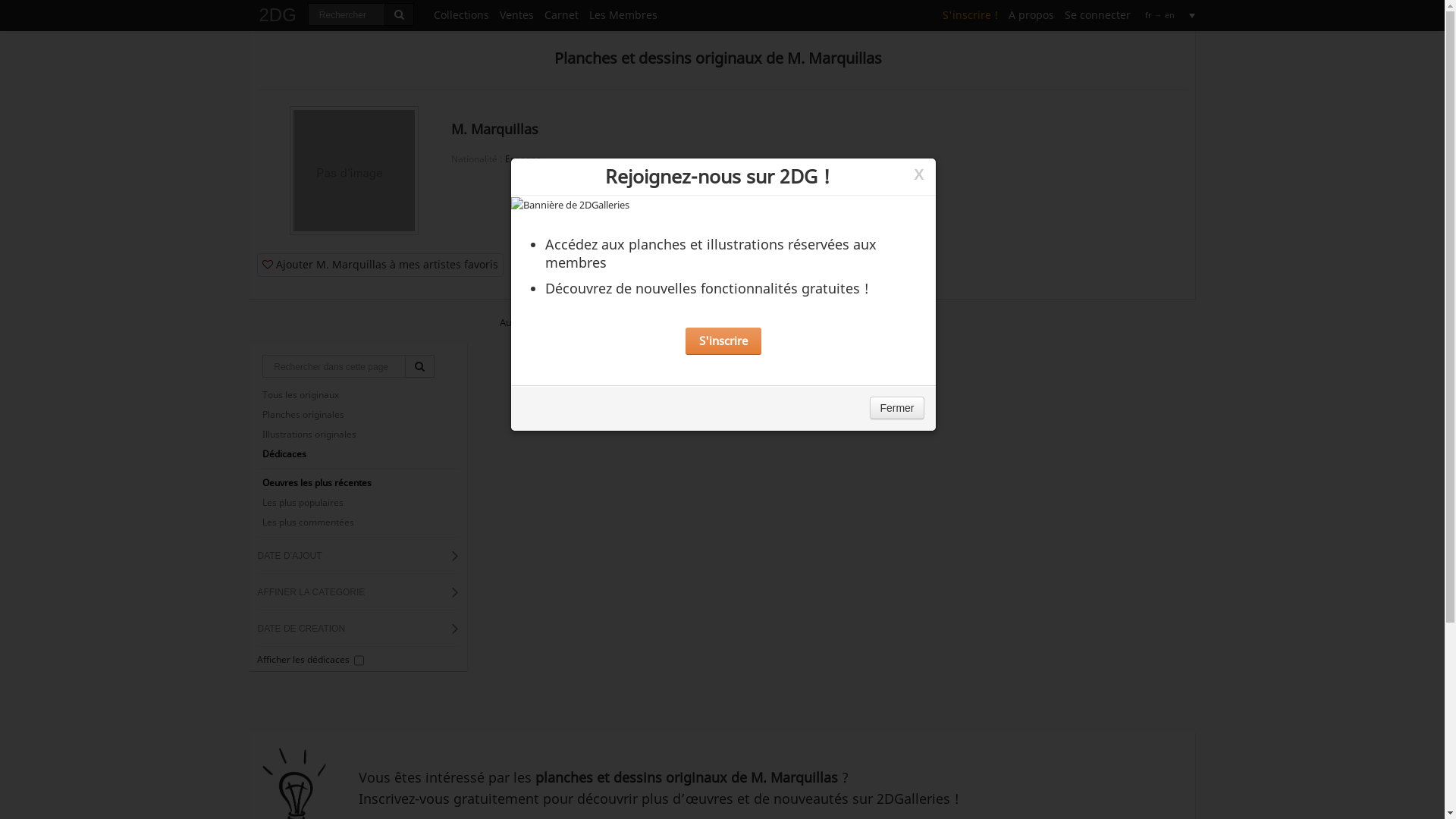 This screenshot has height=819, width=1456. I want to click on 'Collections', so click(460, 14).